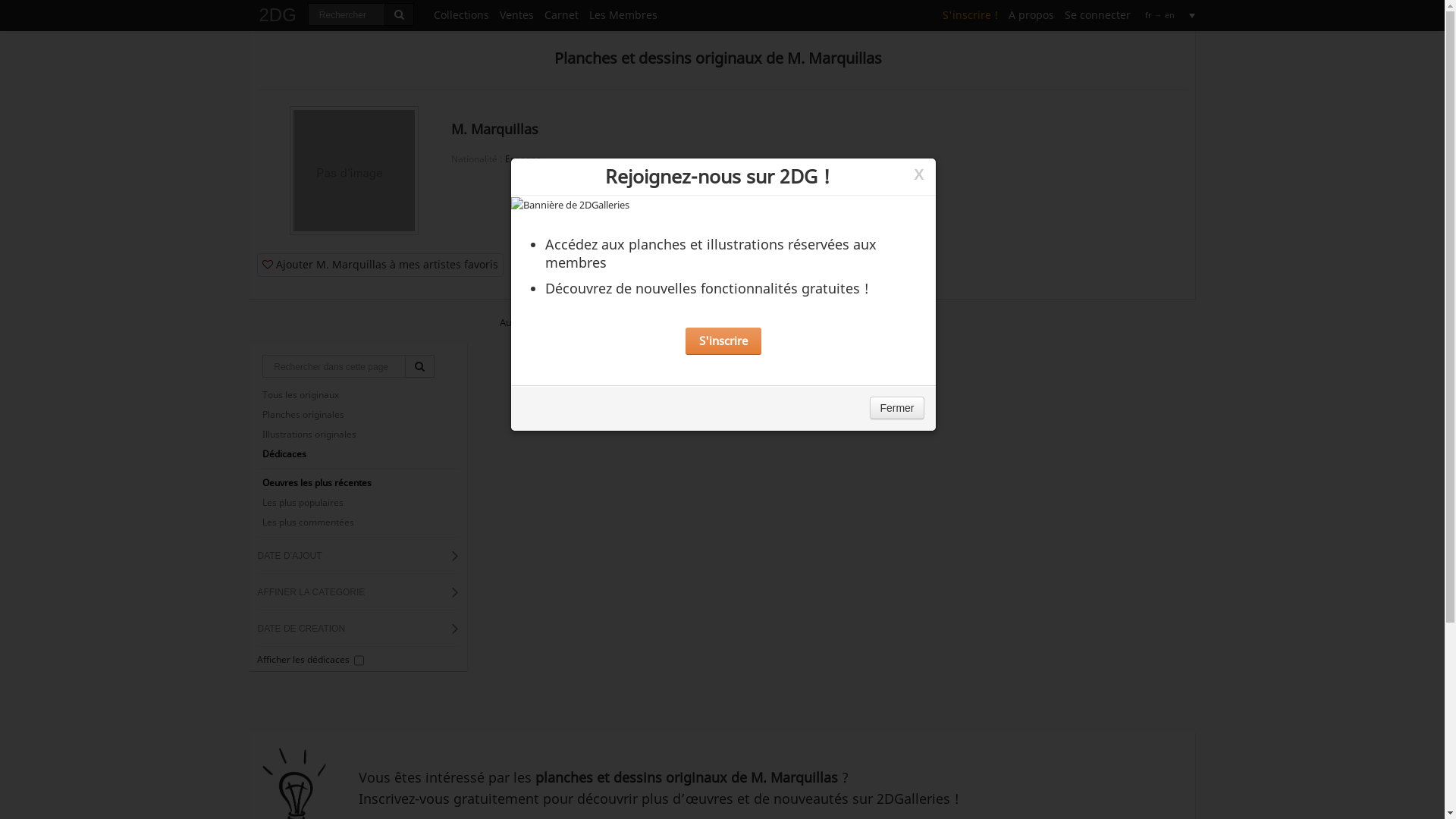 This screenshot has height=819, width=1456. I want to click on 'Collections', so click(460, 14).